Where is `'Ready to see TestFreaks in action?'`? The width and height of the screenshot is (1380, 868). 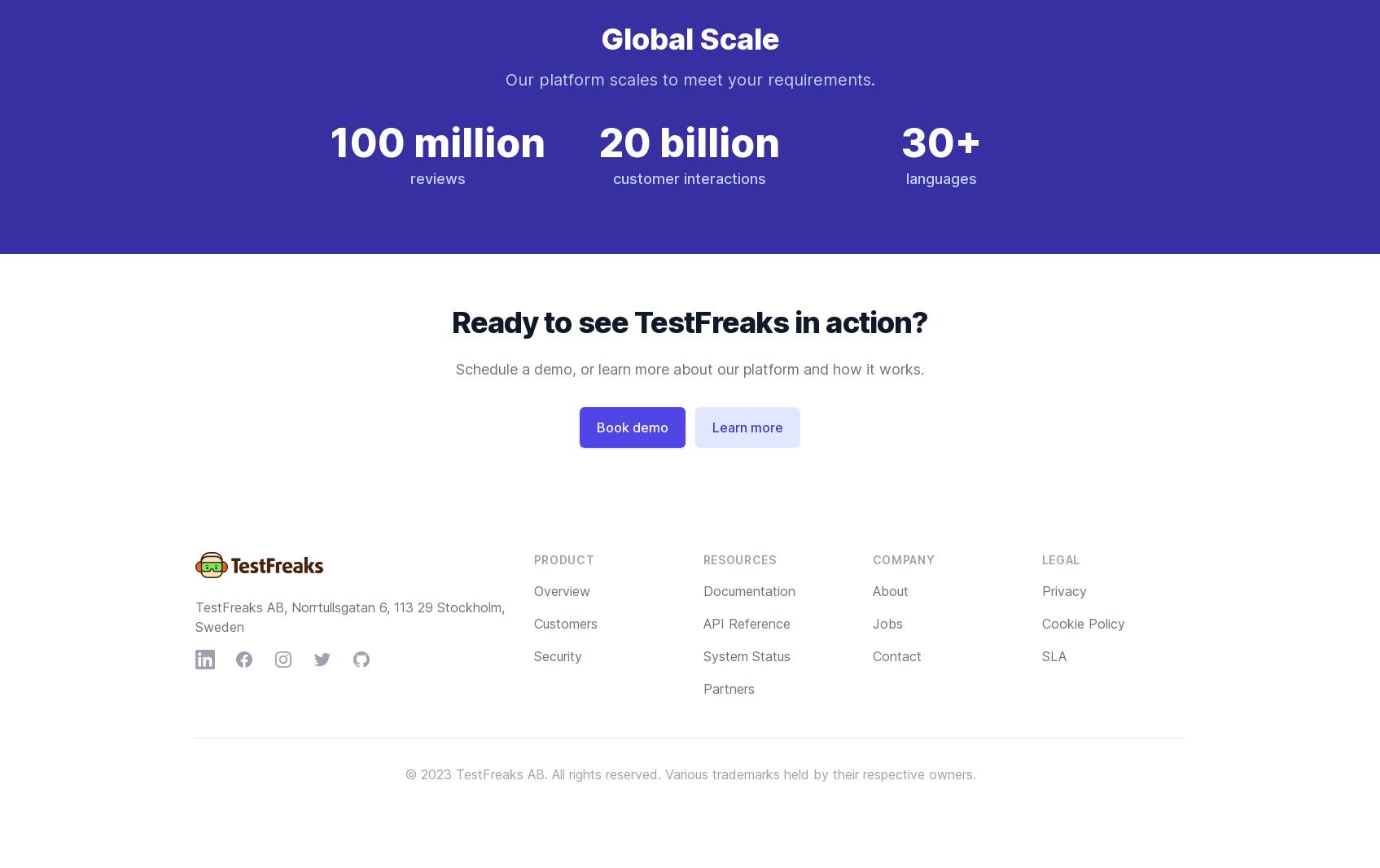 'Ready to see TestFreaks in action?' is located at coordinates (689, 322).